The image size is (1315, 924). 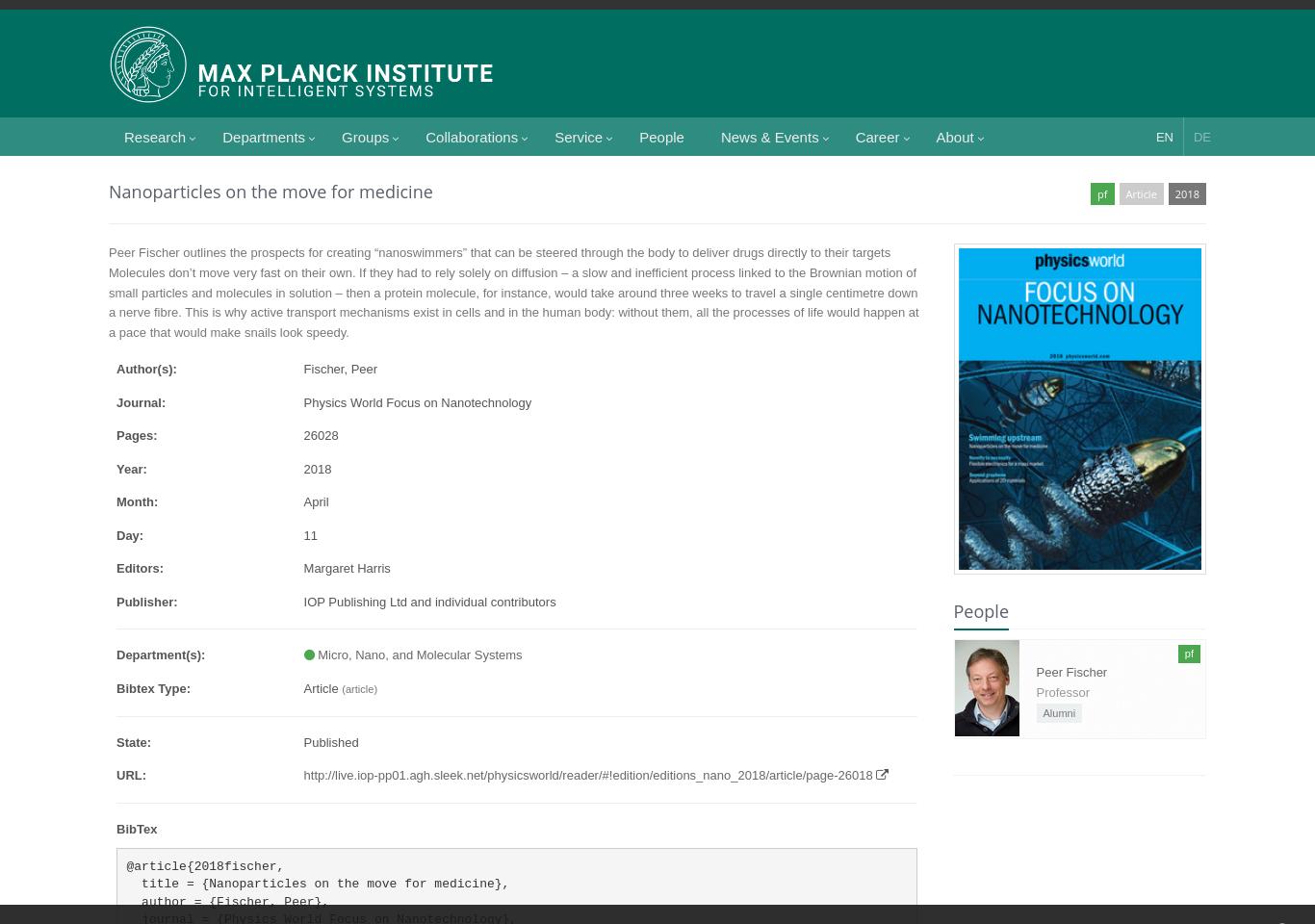 What do you see at coordinates (302, 600) in the screenshot?
I see `'IOP Publishing Ltd and individual contributors'` at bounding box center [302, 600].